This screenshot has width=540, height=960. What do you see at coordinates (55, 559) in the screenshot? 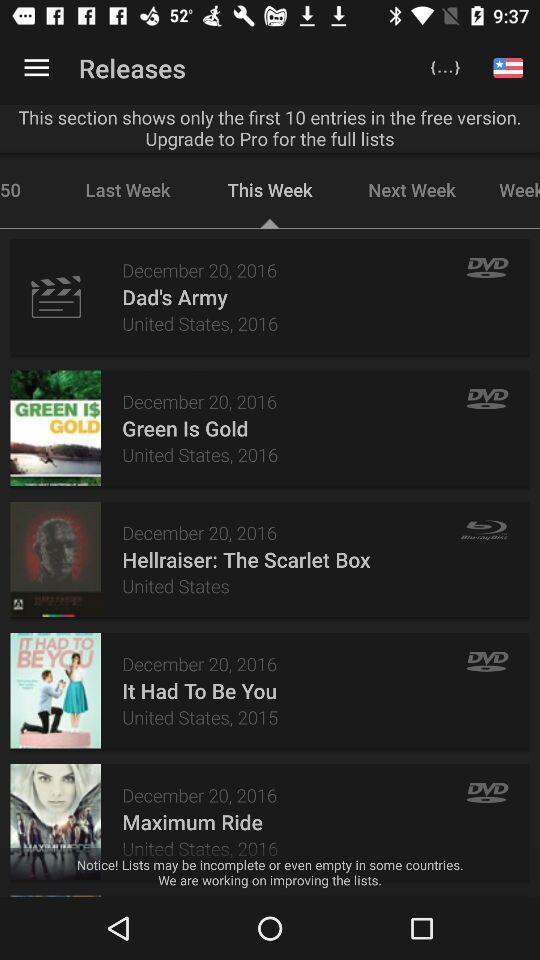
I see `third image from top` at bounding box center [55, 559].